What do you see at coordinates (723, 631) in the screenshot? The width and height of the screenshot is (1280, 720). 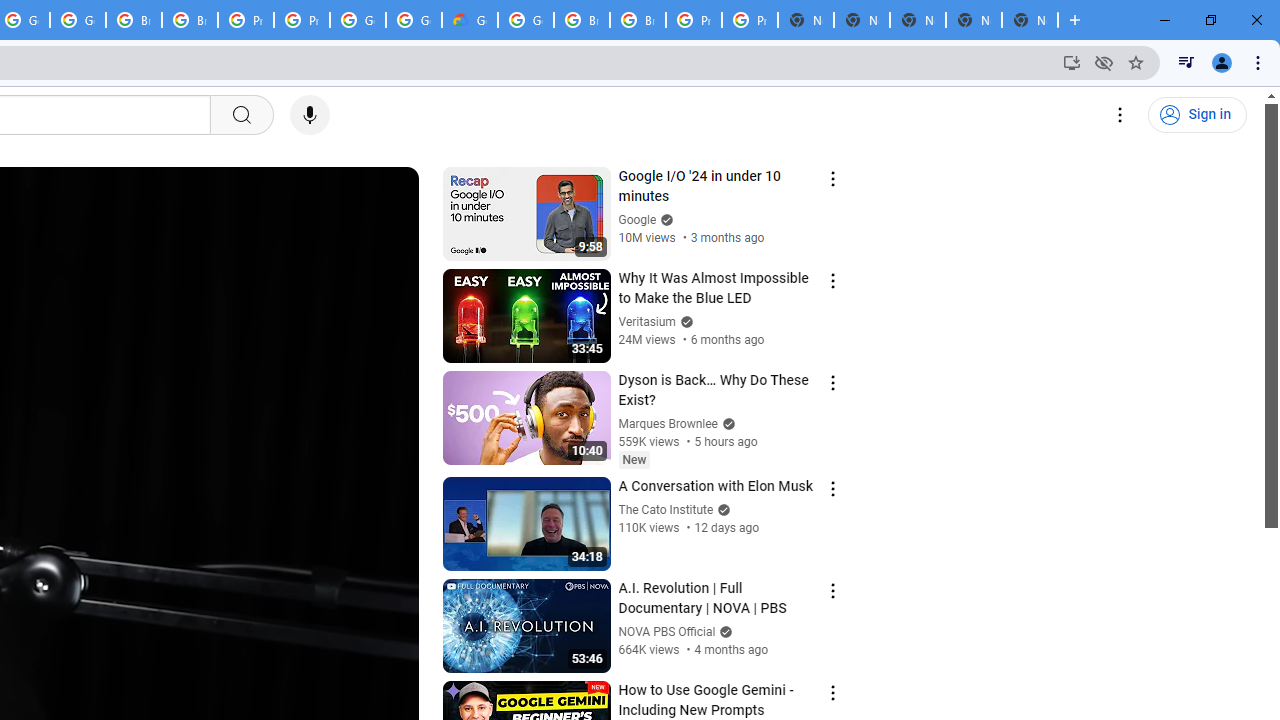 I see `'Verified'` at bounding box center [723, 631].